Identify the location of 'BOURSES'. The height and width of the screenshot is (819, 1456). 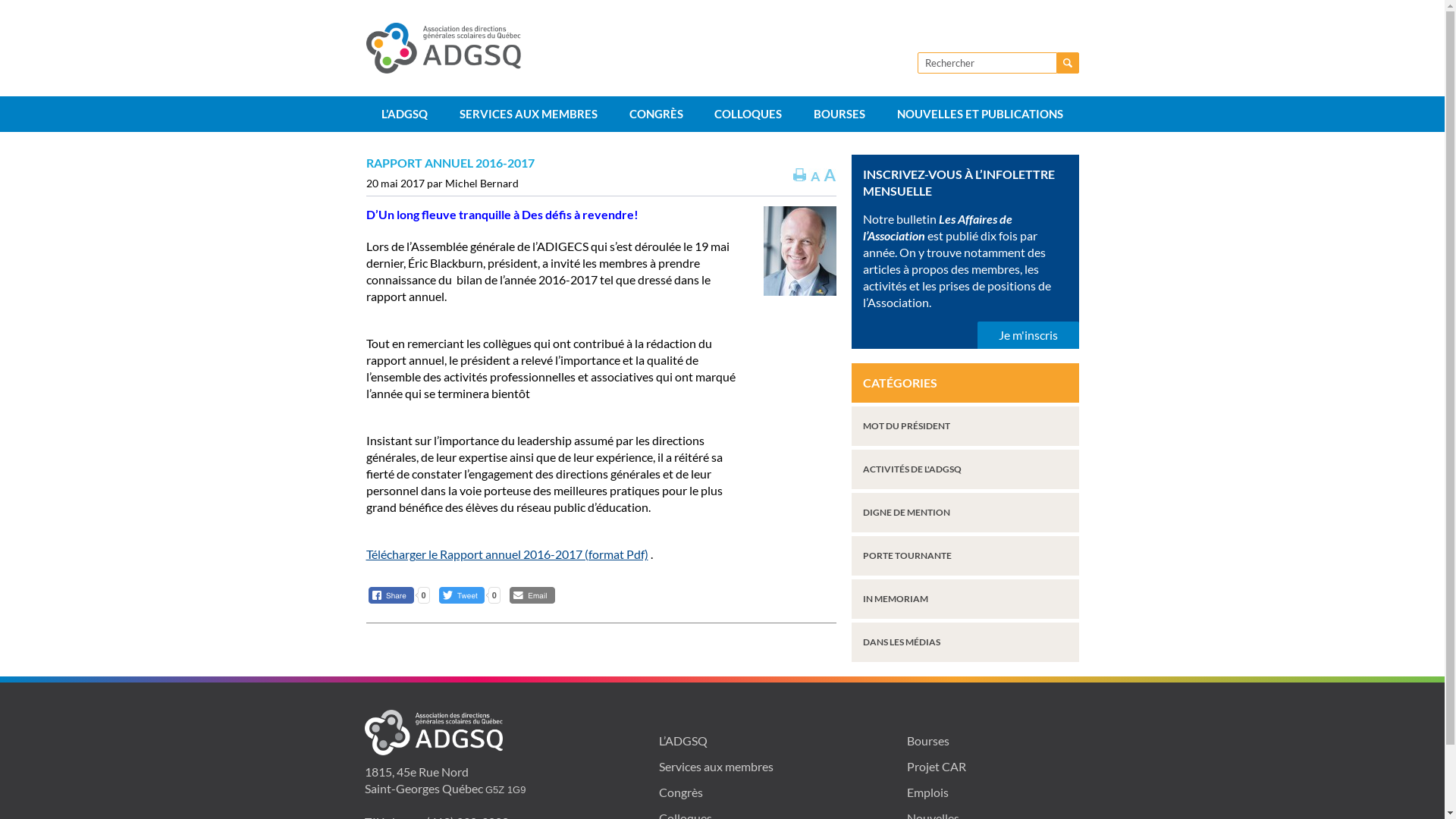
(839, 113).